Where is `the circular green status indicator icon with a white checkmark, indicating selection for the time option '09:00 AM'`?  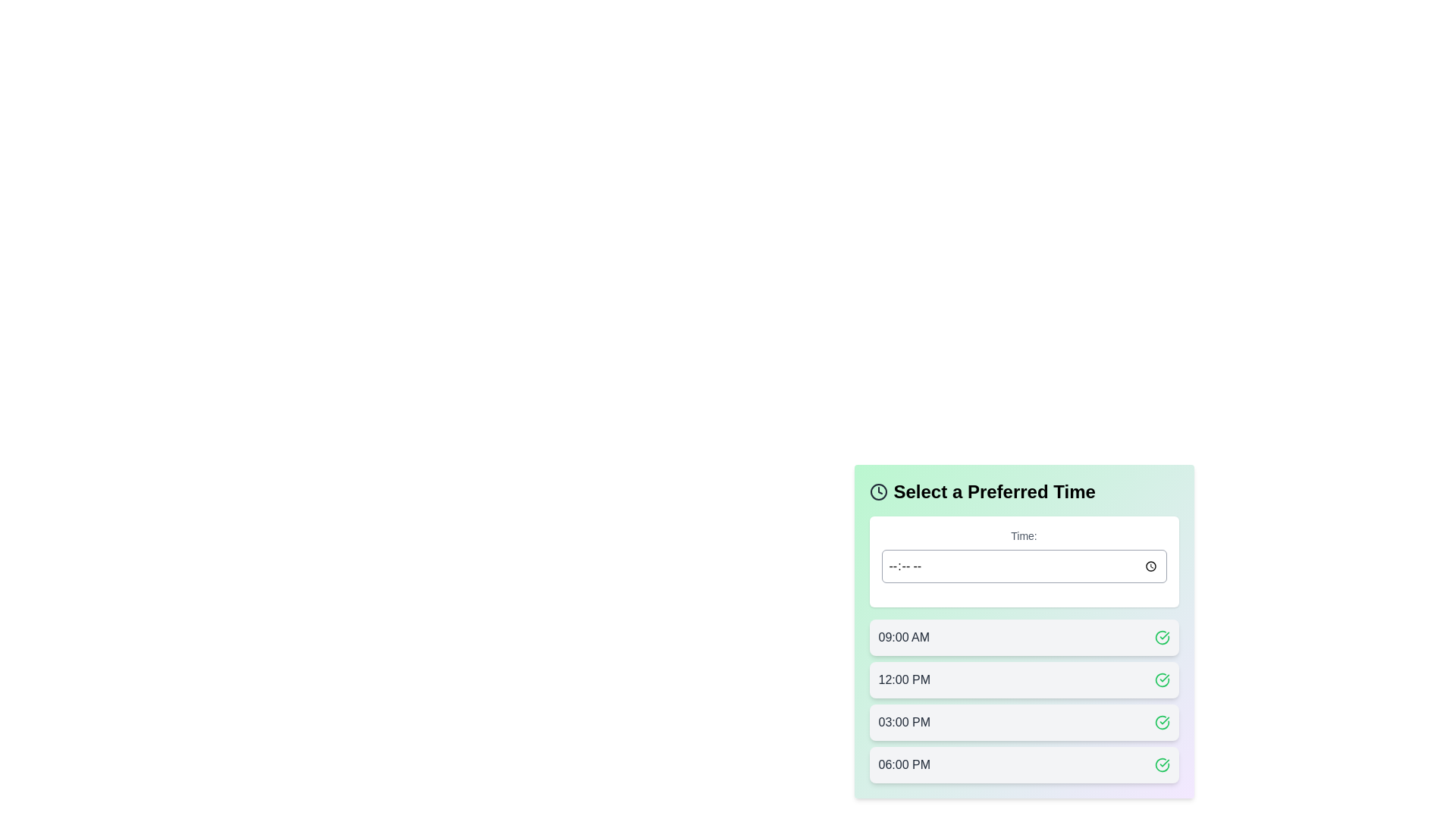
the circular green status indicator icon with a white checkmark, indicating selection for the time option '09:00 AM' is located at coordinates (1161, 637).